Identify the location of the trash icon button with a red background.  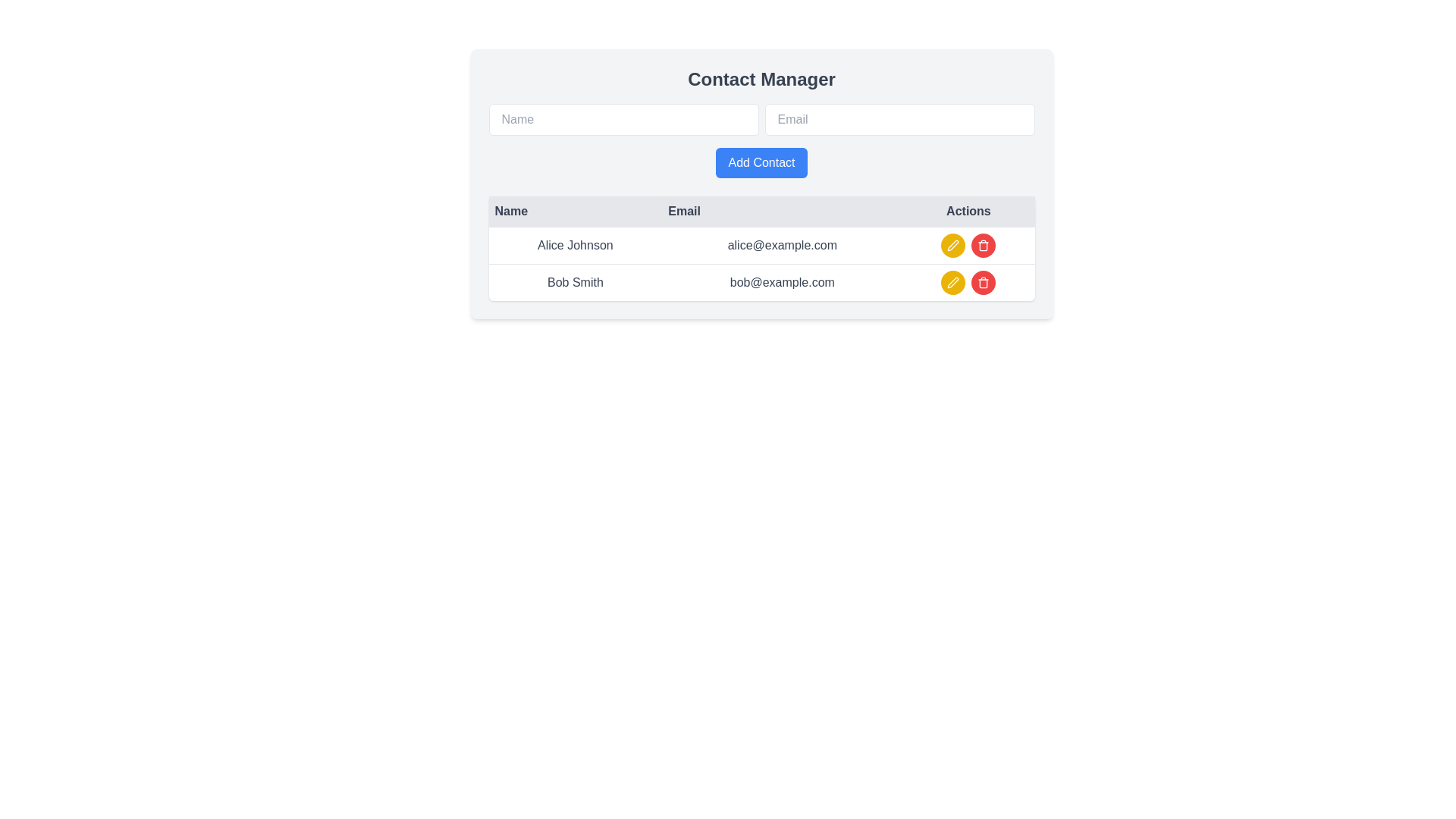
(983, 245).